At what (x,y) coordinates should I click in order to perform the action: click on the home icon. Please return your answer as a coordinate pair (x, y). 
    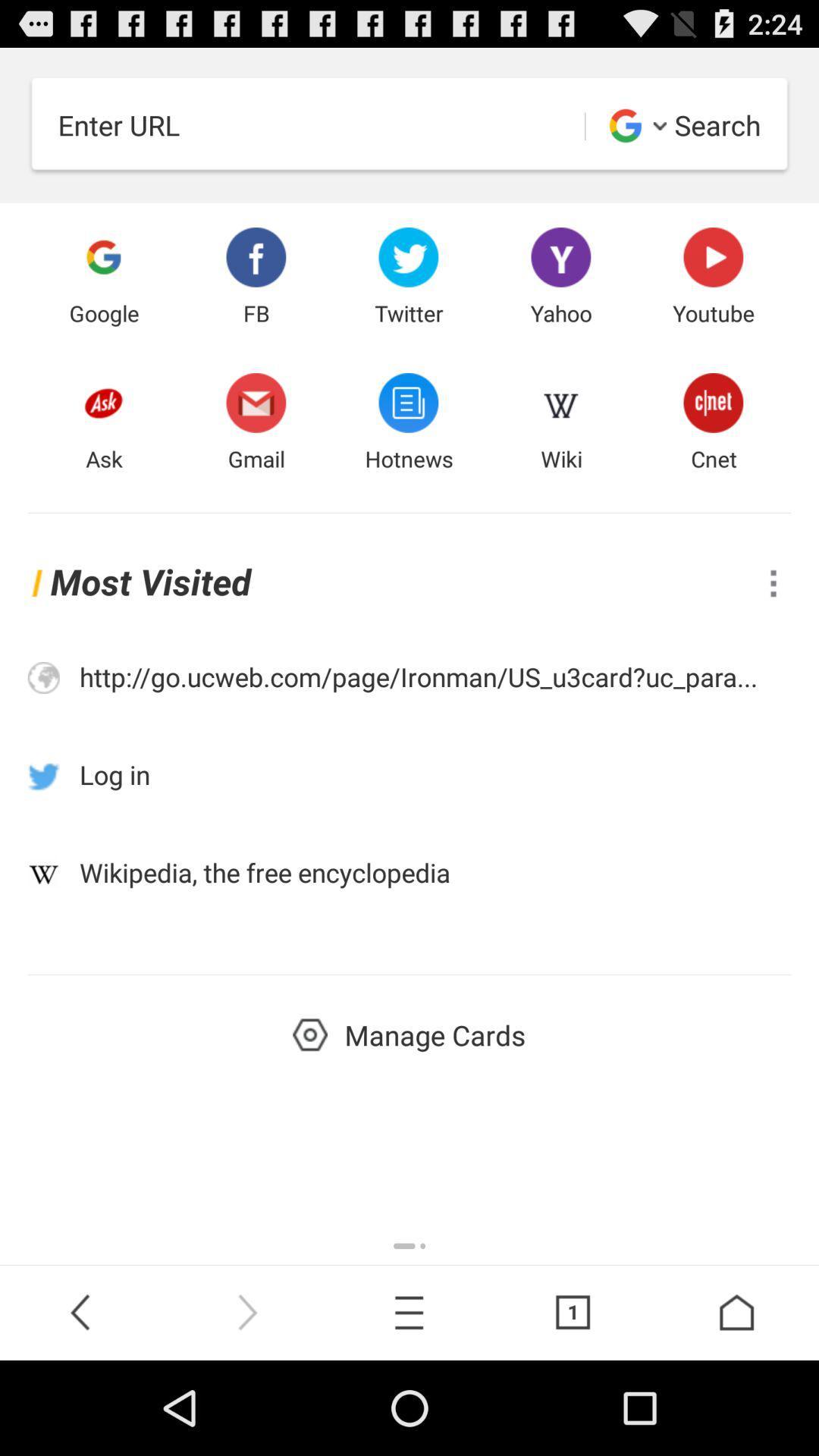
    Looking at the image, I should click on (736, 1404).